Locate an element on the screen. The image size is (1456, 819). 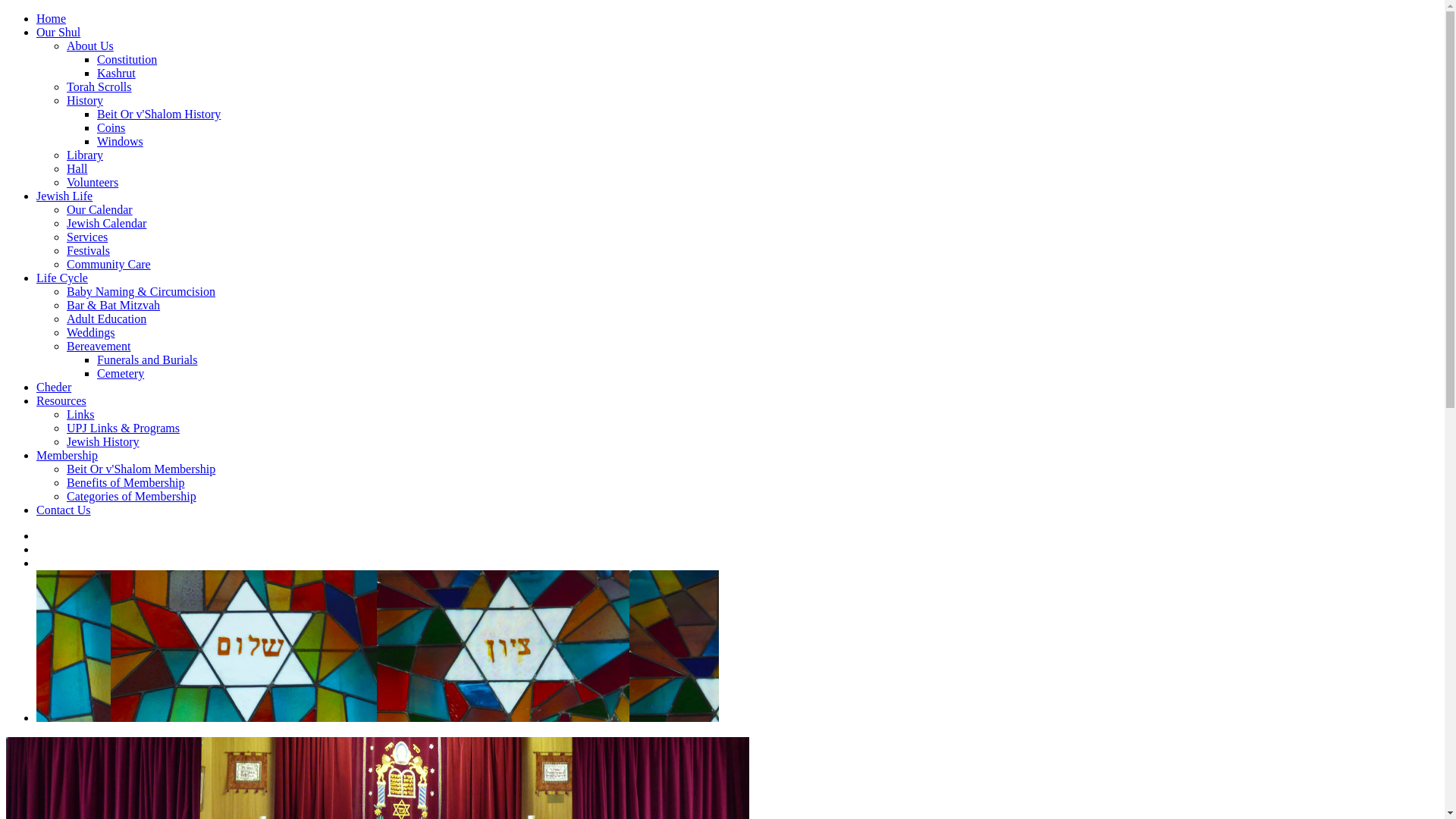
'Contact Us' is located at coordinates (36, 510).